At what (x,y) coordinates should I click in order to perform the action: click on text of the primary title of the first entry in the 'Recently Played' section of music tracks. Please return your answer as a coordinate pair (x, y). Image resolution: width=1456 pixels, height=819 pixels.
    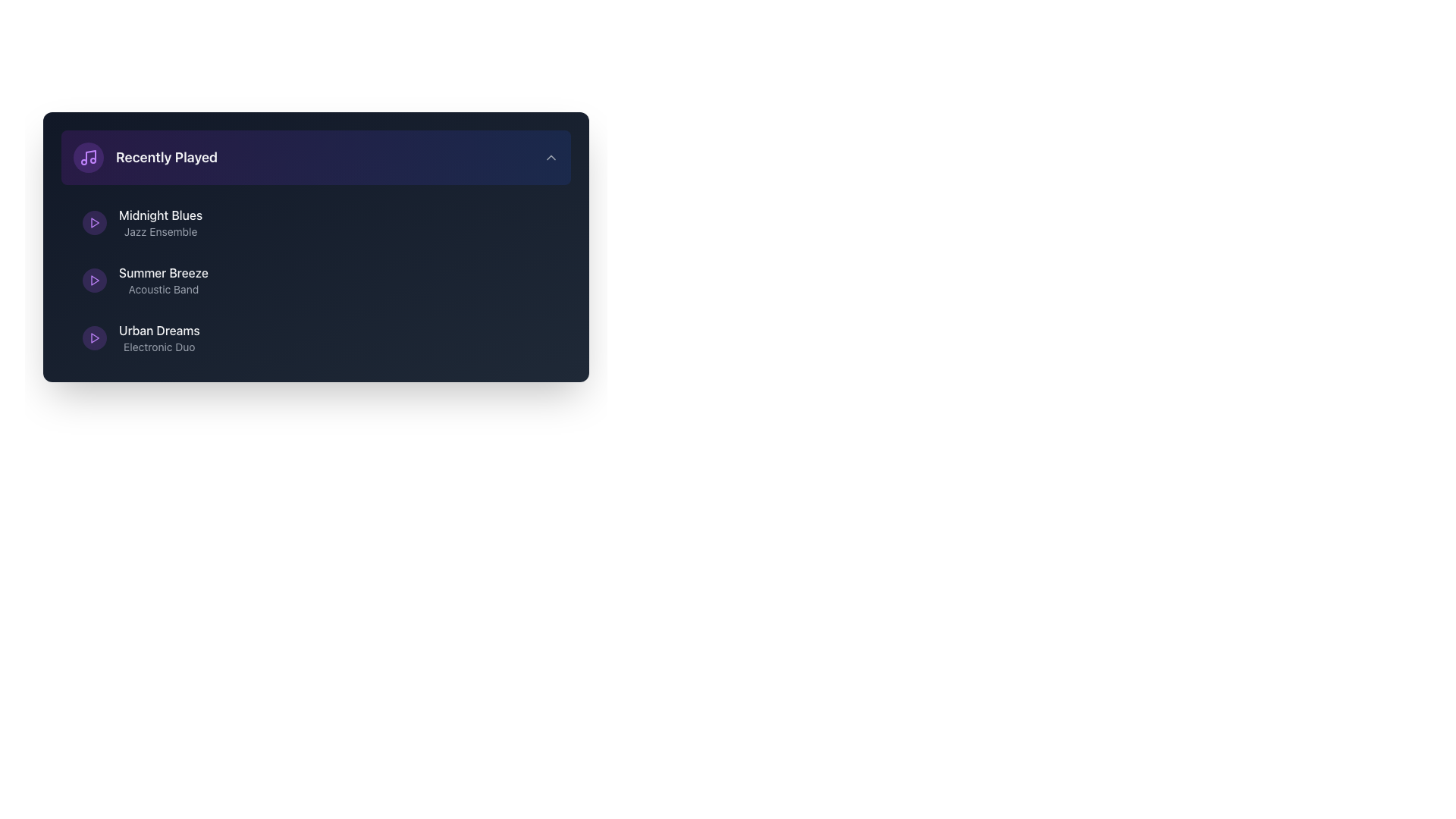
    Looking at the image, I should click on (161, 215).